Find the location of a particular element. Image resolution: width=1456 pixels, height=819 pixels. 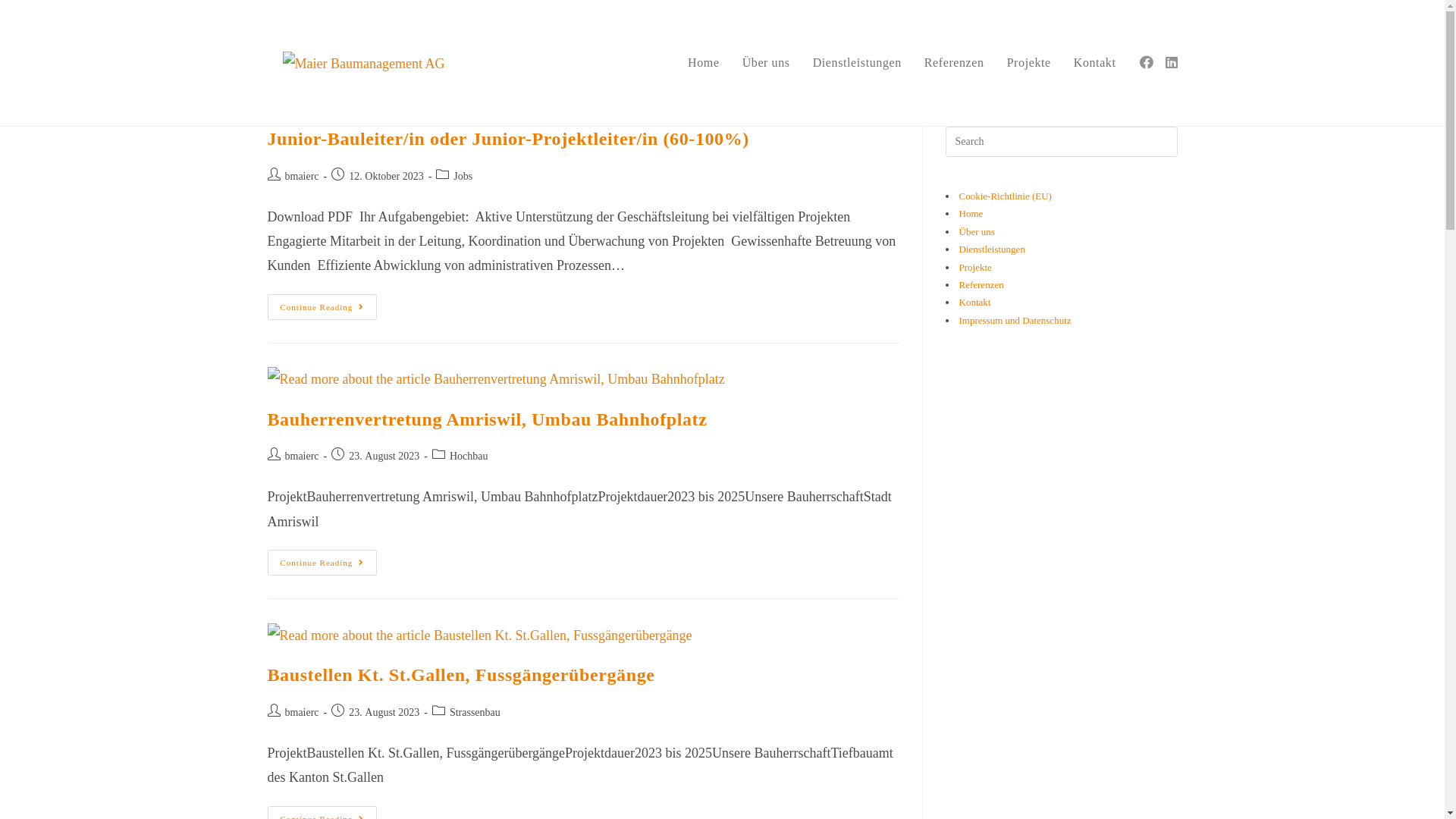

'bmaierc' is located at coordinates (302, 175).